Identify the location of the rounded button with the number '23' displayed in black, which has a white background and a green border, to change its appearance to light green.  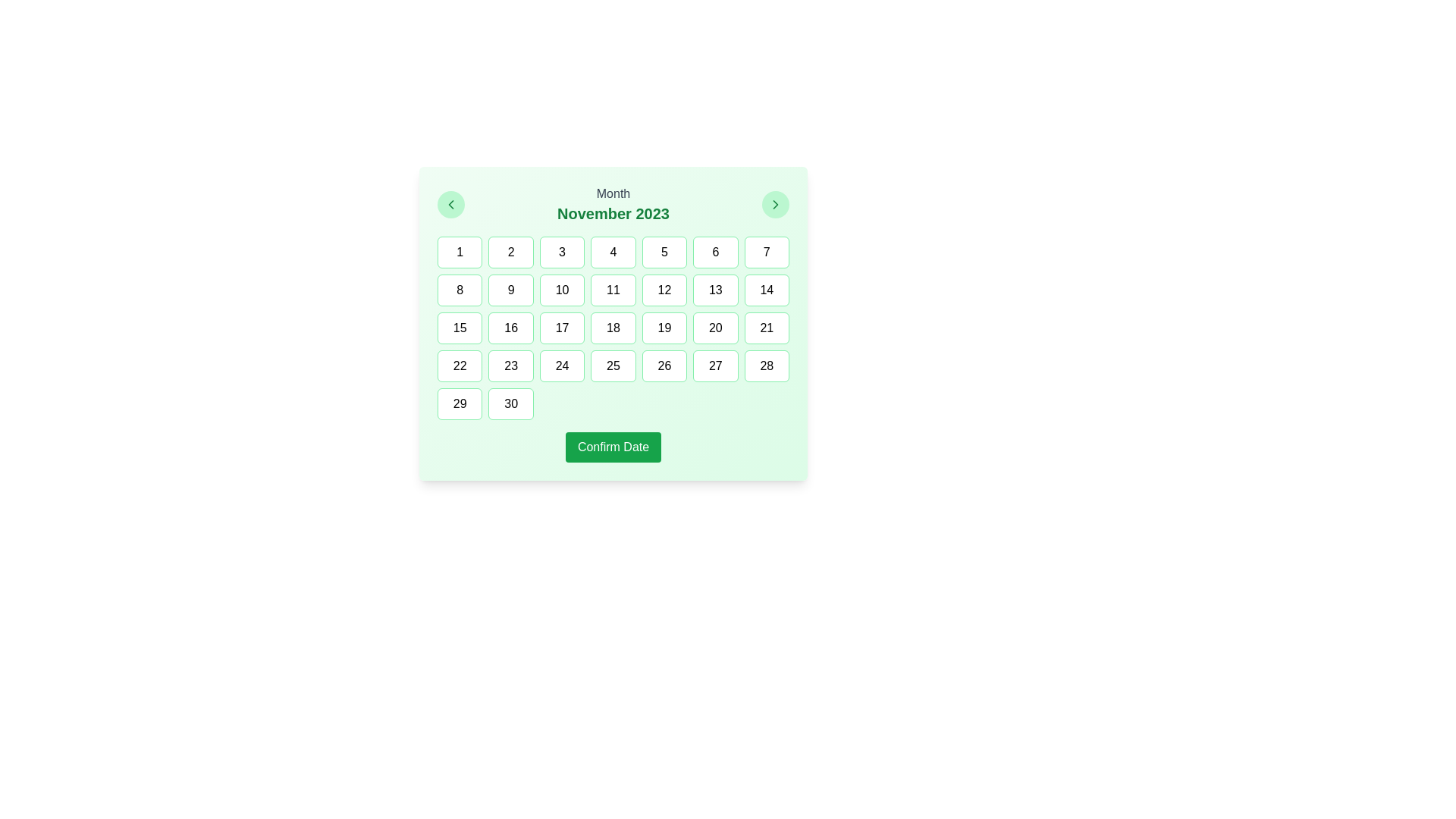
(511, 366).